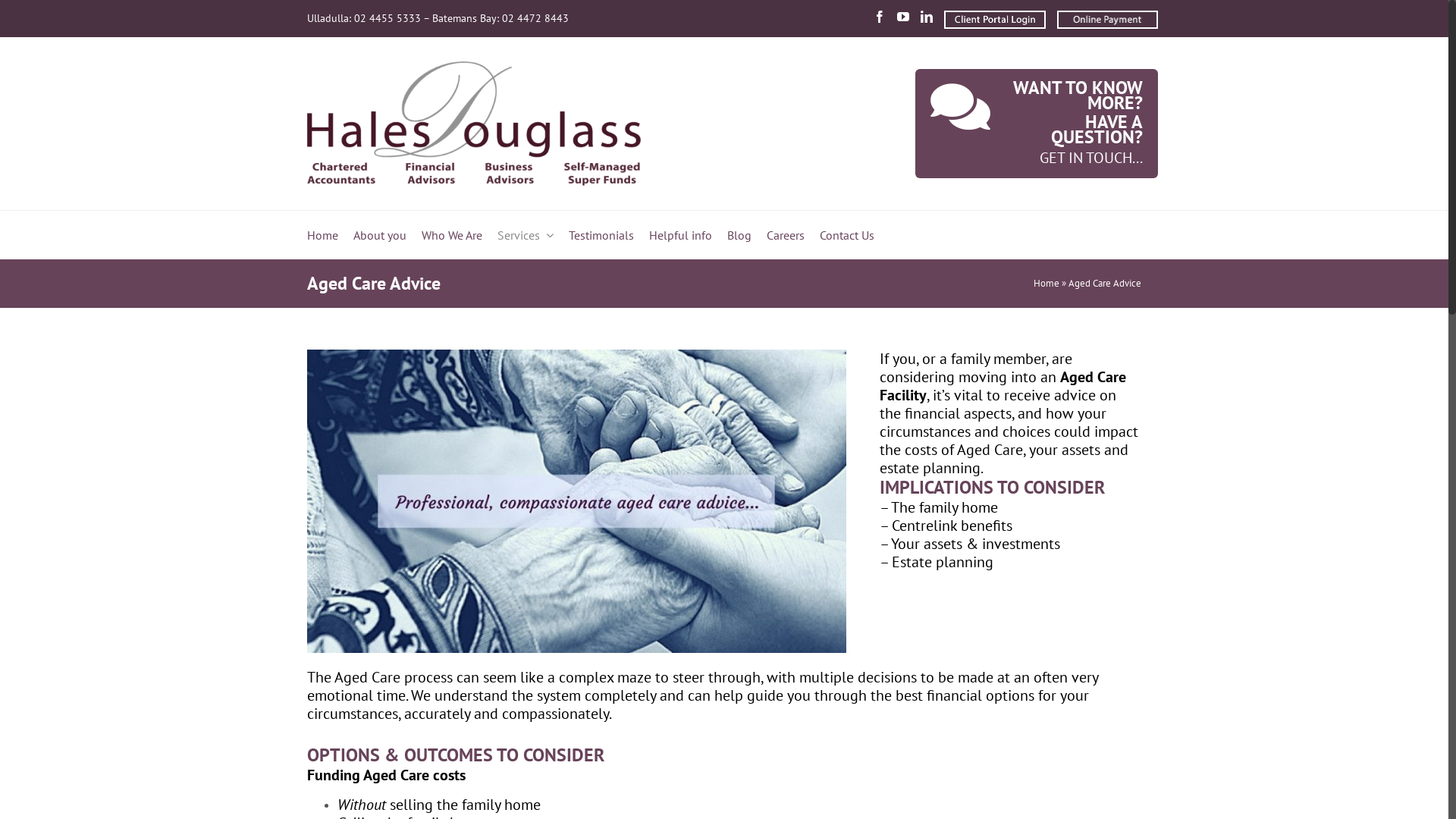 The image size is (1456, 819). What do you see at coordinates (306, 234) in the screenshot?
I see `'Home'` at bounding box center [306, 234].